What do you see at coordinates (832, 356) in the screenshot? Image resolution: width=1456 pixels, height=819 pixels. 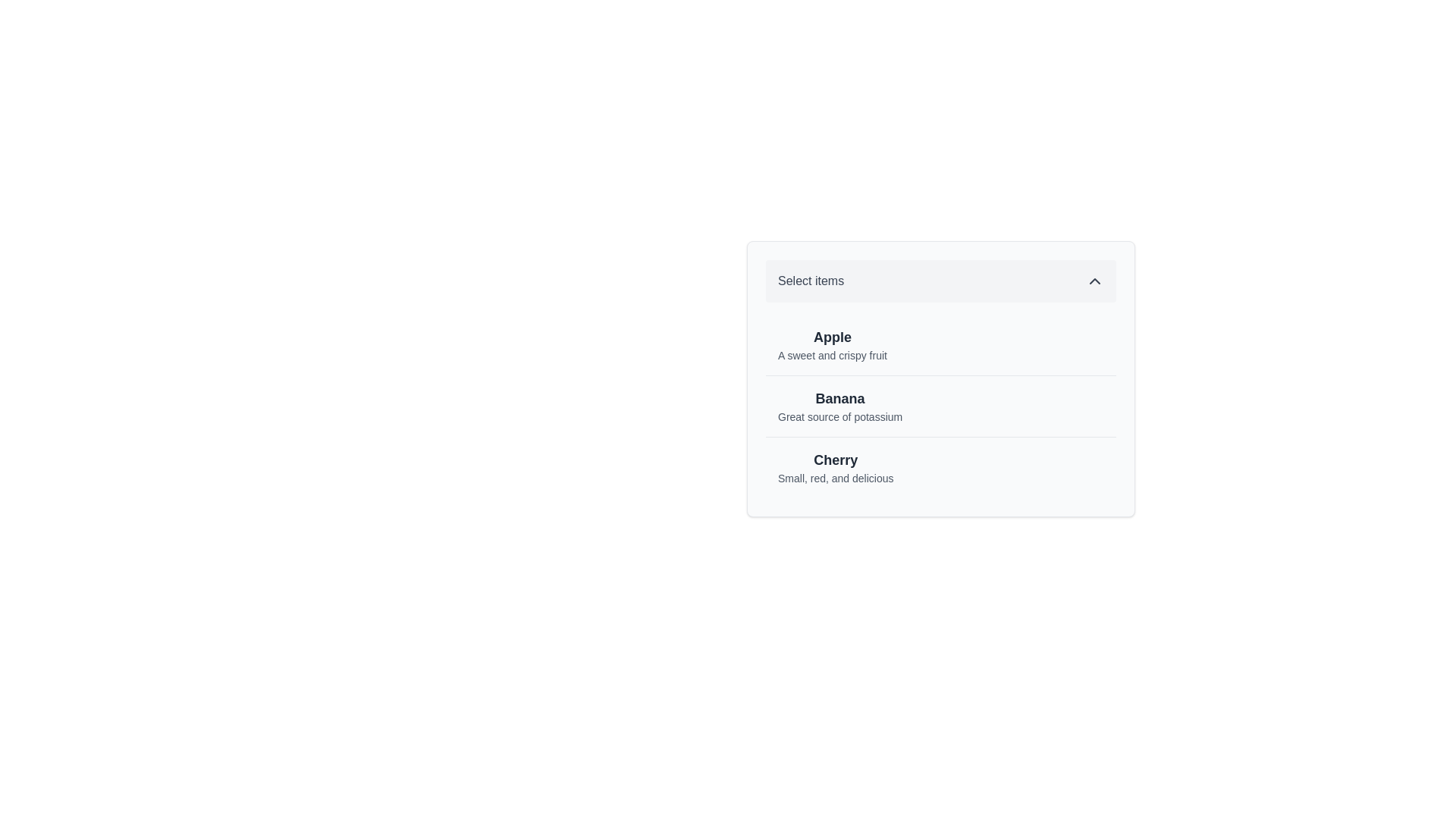 I see `the static text label that provides descriptive information for the item 'Apple', which is positioned below the text 'Apple'` at bounding box center [832, 356].